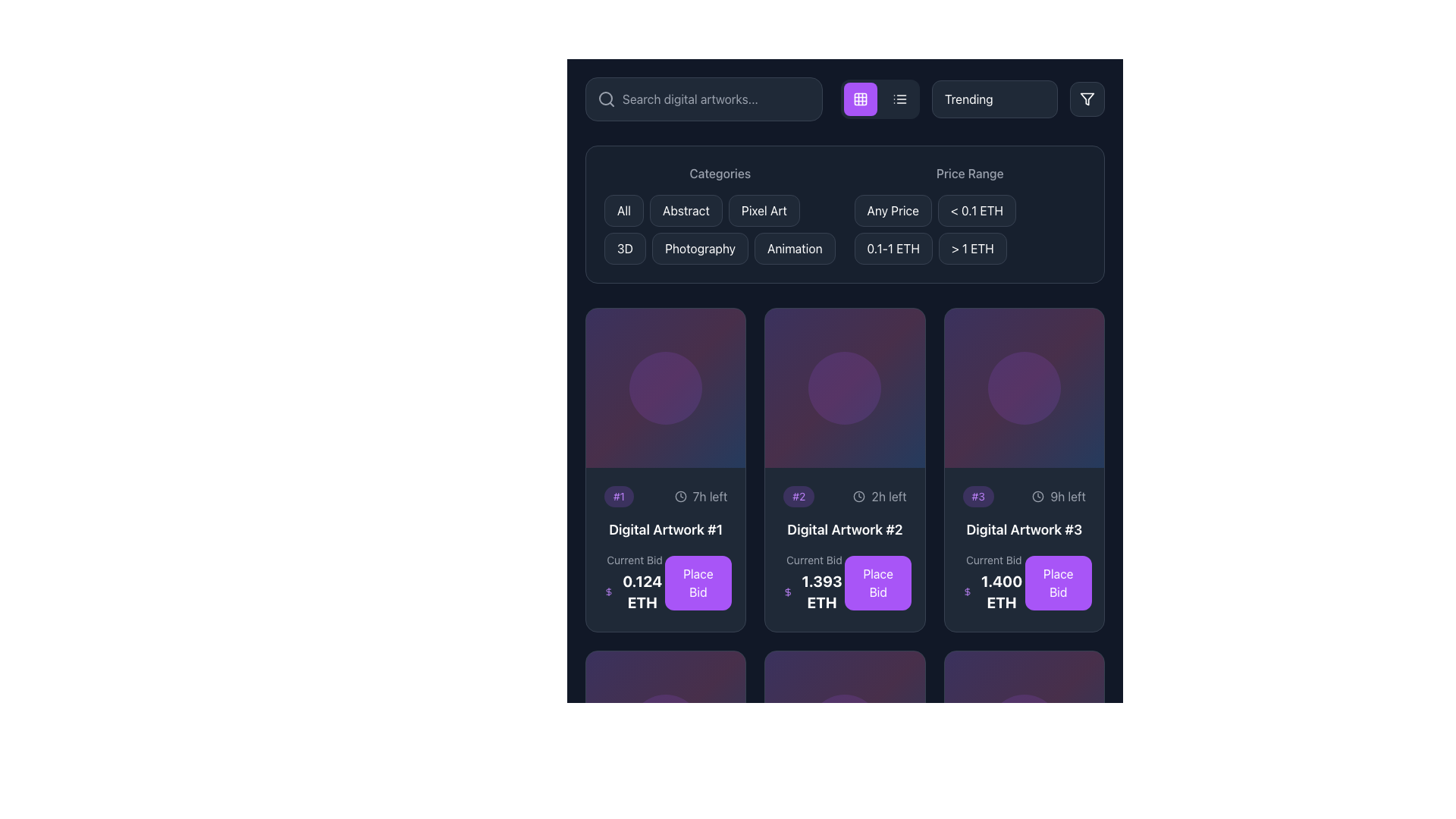  Describe the element at coordinates (899, 676) in the screenshot. I see `the heart-shaped SVG component that allows users to mark artwork as a favorite or like it, located near the bottom of the layout within the last row of artwork cards` at that location.